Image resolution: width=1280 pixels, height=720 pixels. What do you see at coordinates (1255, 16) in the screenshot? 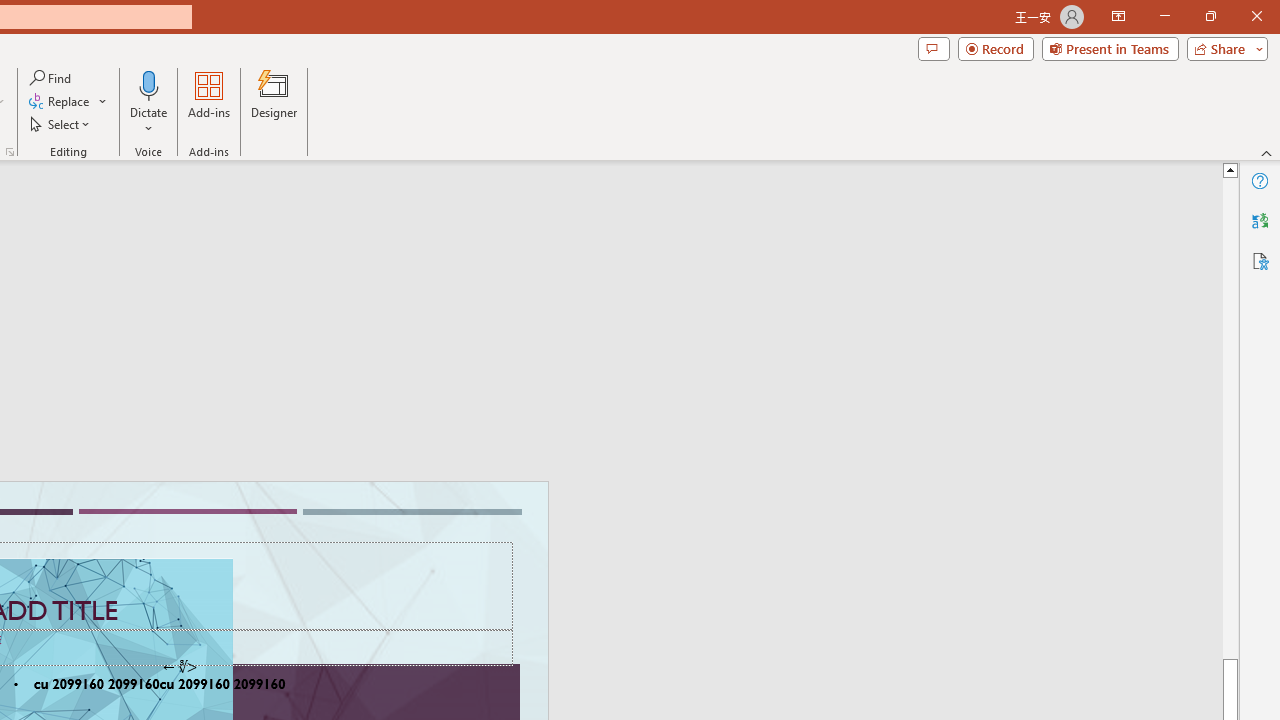
I see `'Close'` at bounding box center [1255, 16].